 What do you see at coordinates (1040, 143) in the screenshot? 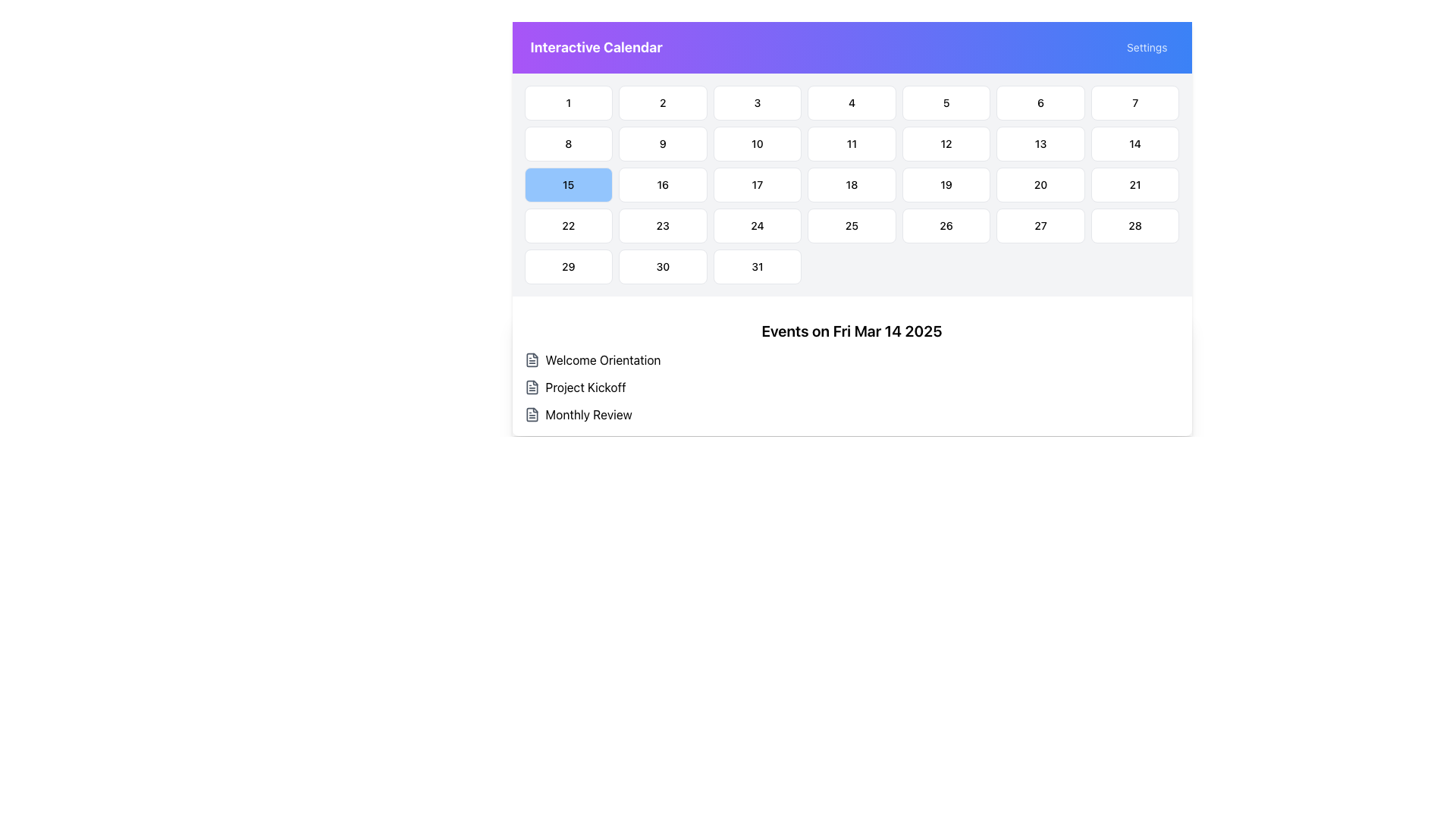
I see `the date '13' in the calendar interface` at bounding box center [1040, 143].